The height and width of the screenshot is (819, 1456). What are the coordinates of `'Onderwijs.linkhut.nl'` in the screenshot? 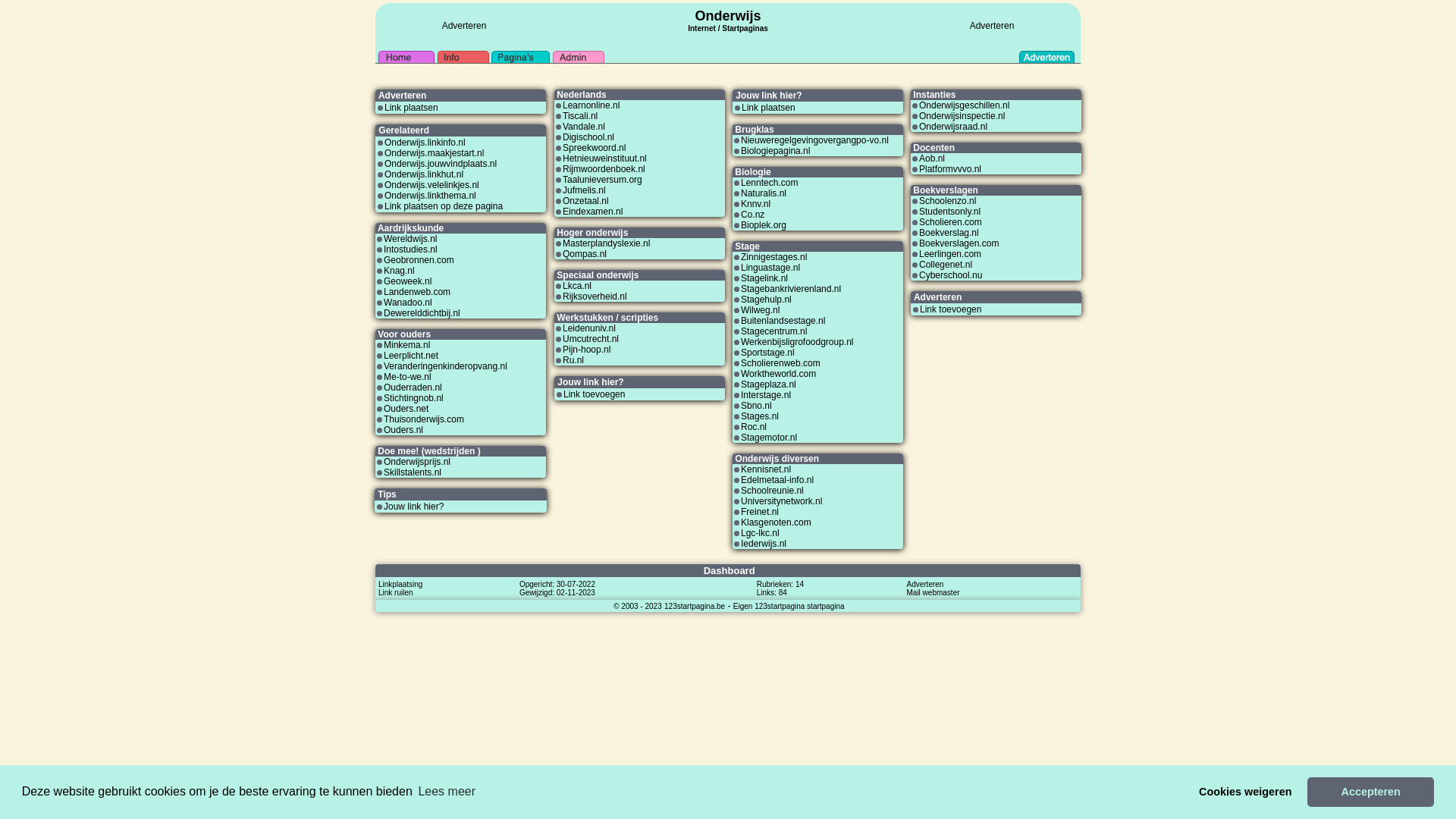 It's located at (423, 174).